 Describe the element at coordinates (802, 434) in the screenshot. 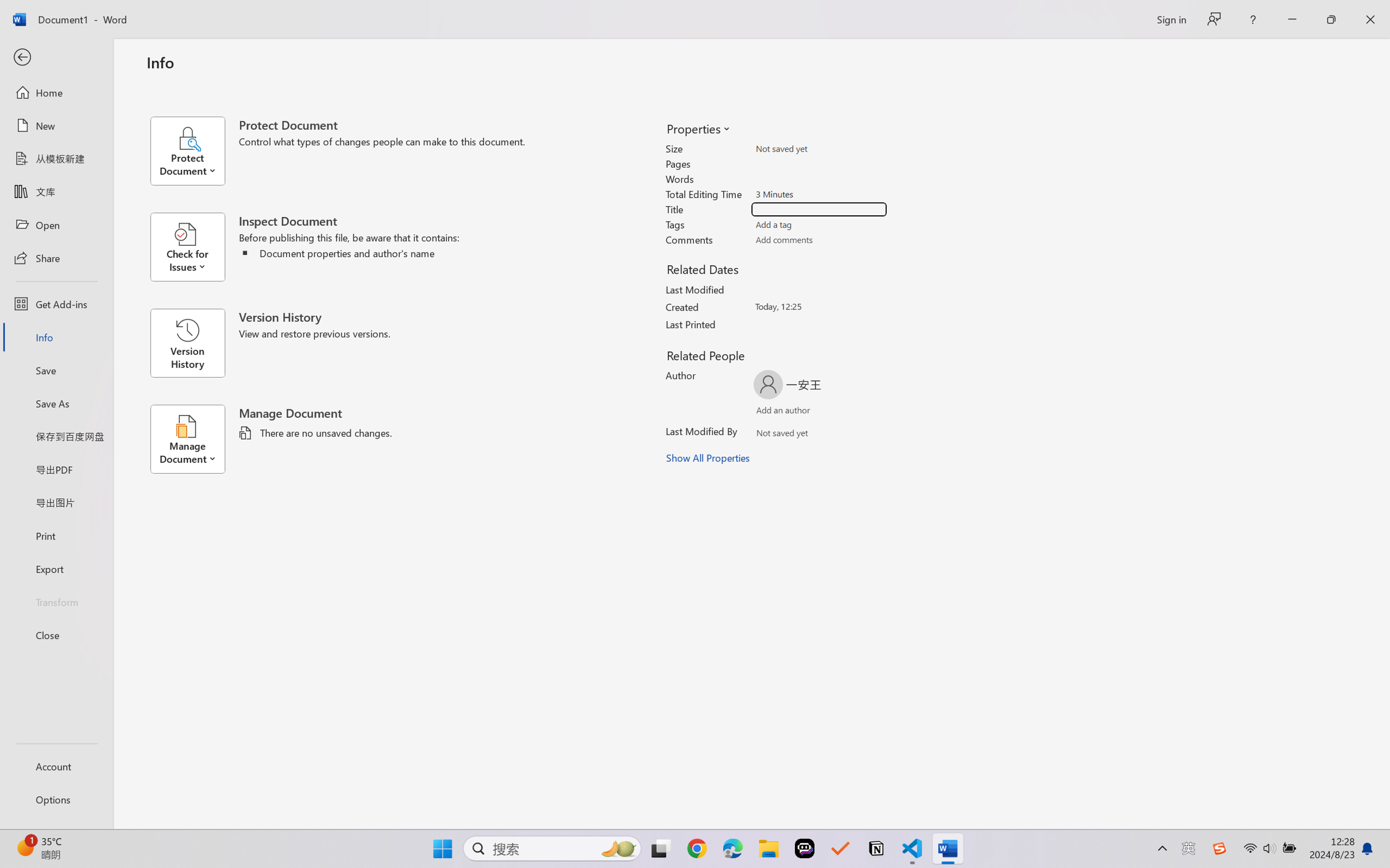

I see `'Verify Names'` at that location.